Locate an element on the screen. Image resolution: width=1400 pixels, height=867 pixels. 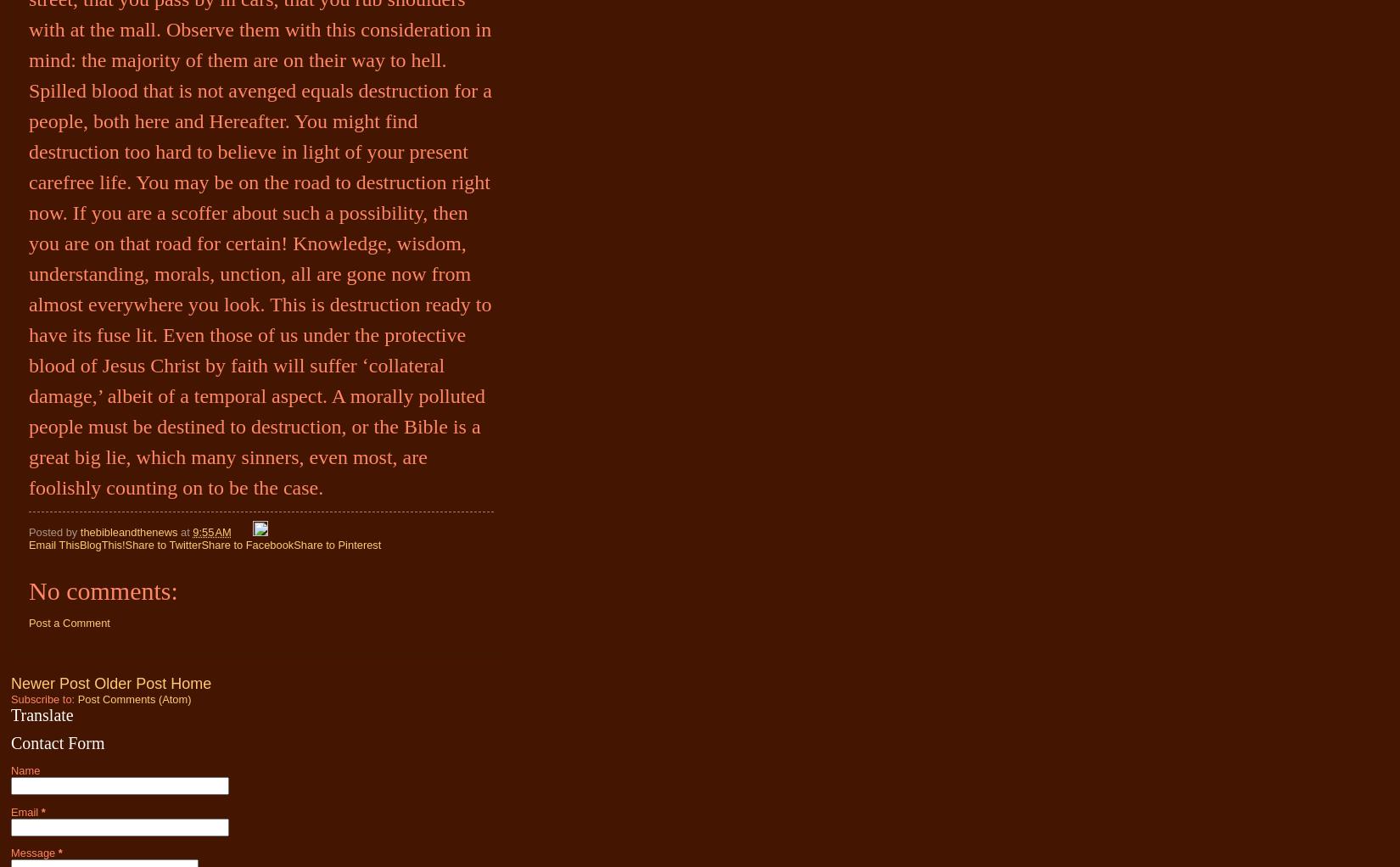
'at' is located at coordinates (186, 532).